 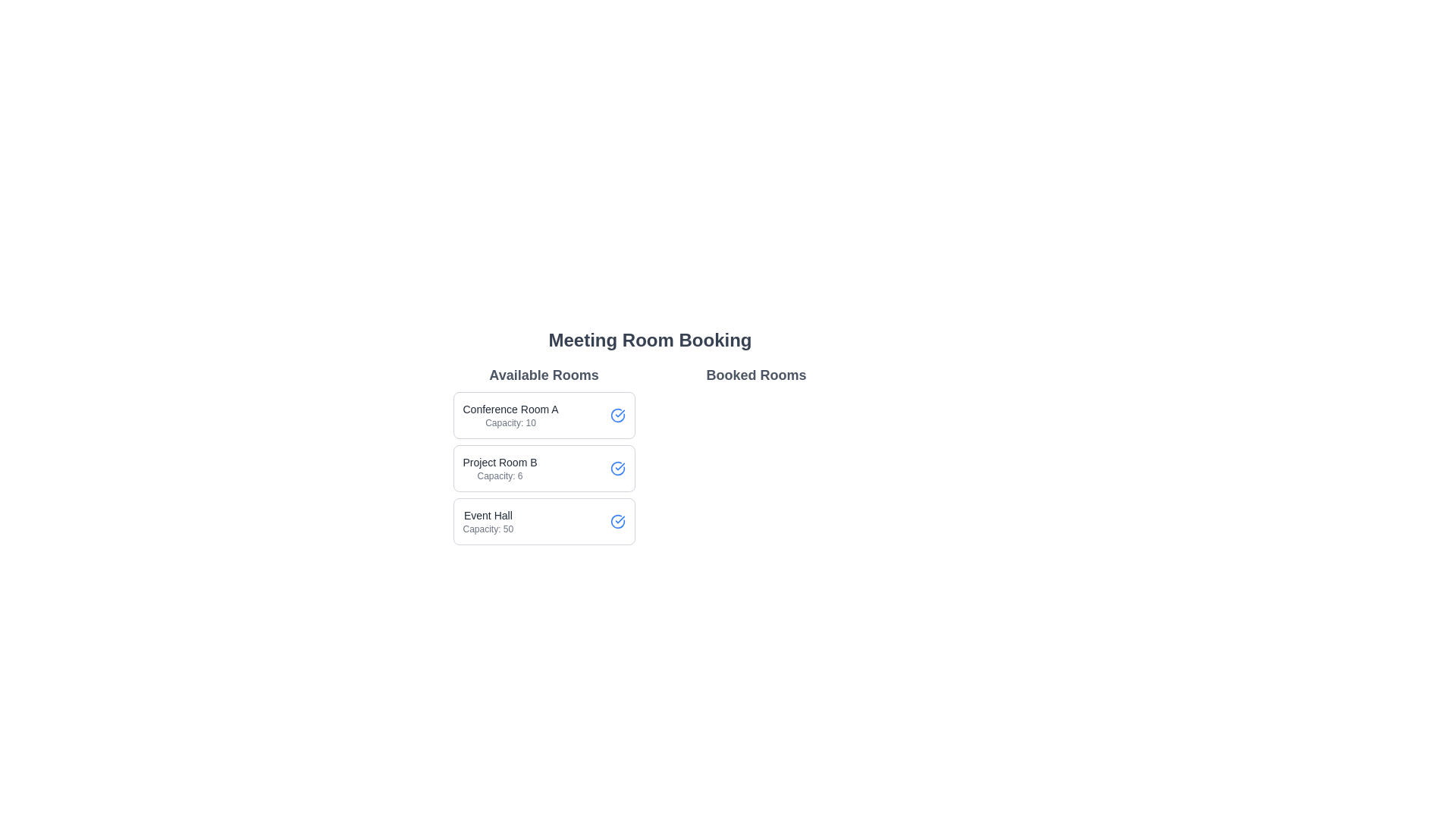 I want to click on the circular blue icon with a checkmark inside it located to the far right of the 'Conference Room A Capacity: 10' card in the 'Available Rooms' section, so click(x=617, y=415).